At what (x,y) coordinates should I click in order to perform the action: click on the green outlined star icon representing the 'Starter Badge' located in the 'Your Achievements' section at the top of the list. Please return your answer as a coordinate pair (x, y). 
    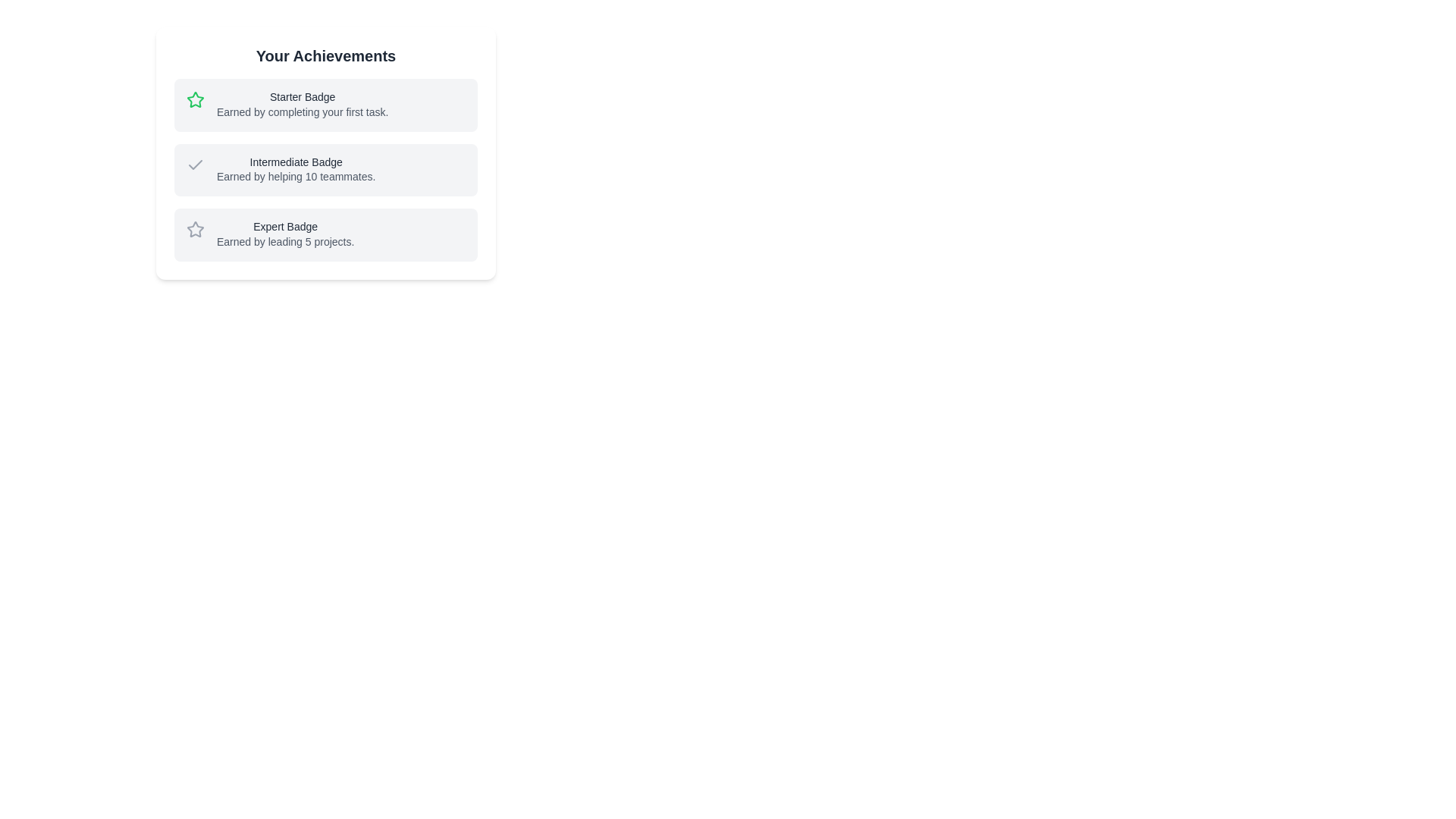
    Looking at the image, I should click on (195, 99).